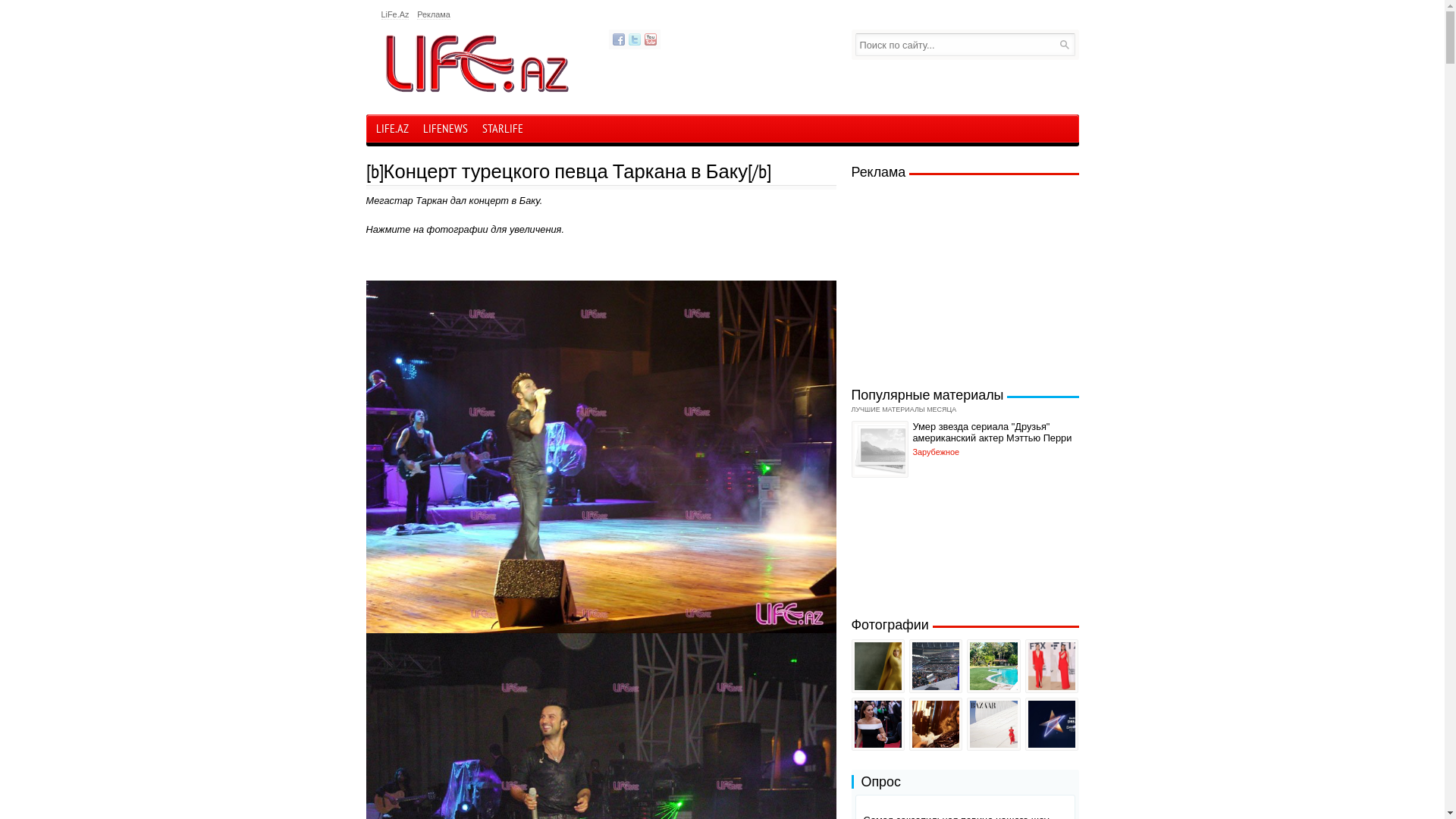 This screenshot has width=1456, height=819. I want to click on 'Facebook', so click(619, 38).